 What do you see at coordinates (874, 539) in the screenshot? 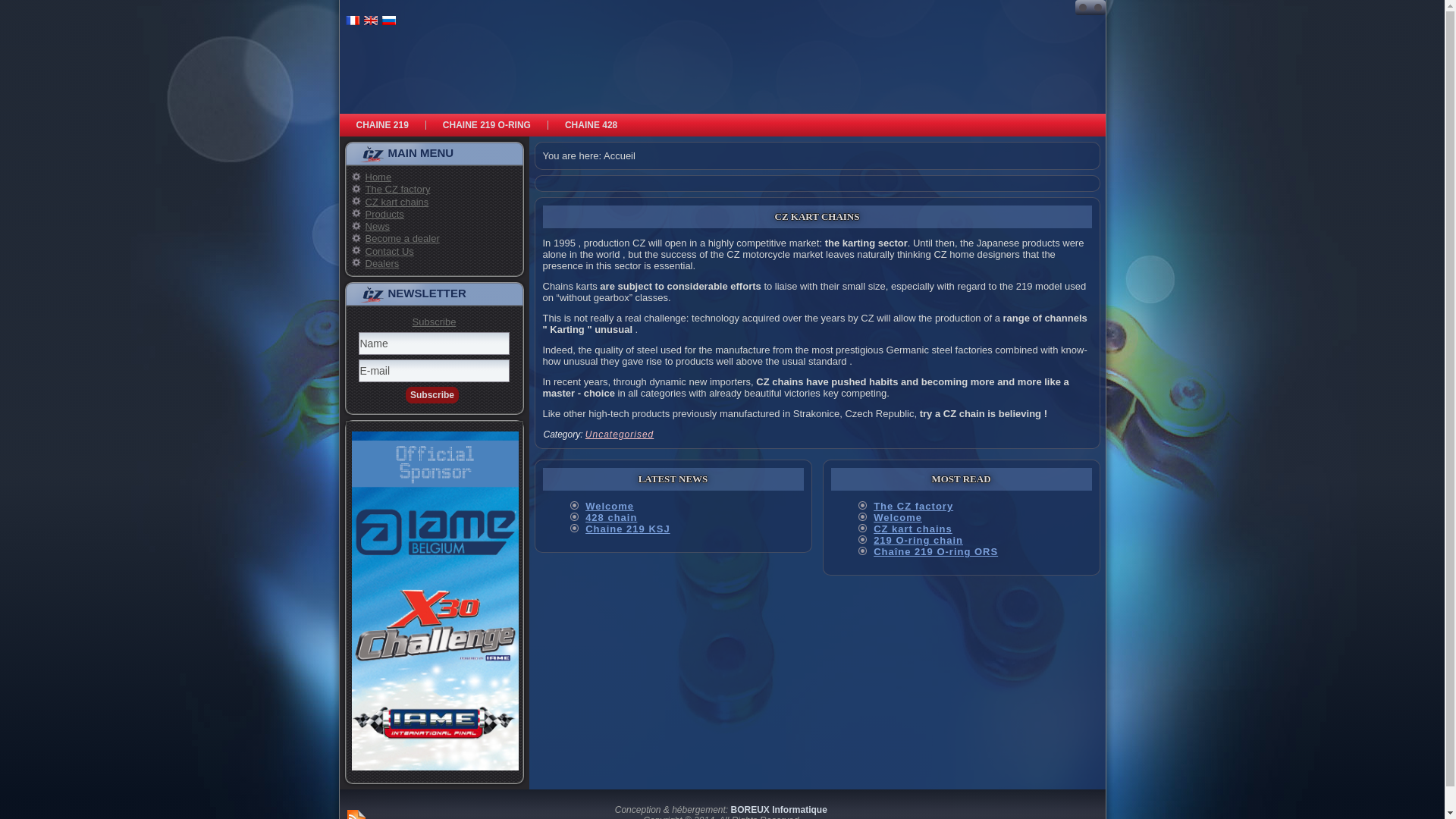
I see `'219 O-ring chain'` at bounding box center [874, 539].